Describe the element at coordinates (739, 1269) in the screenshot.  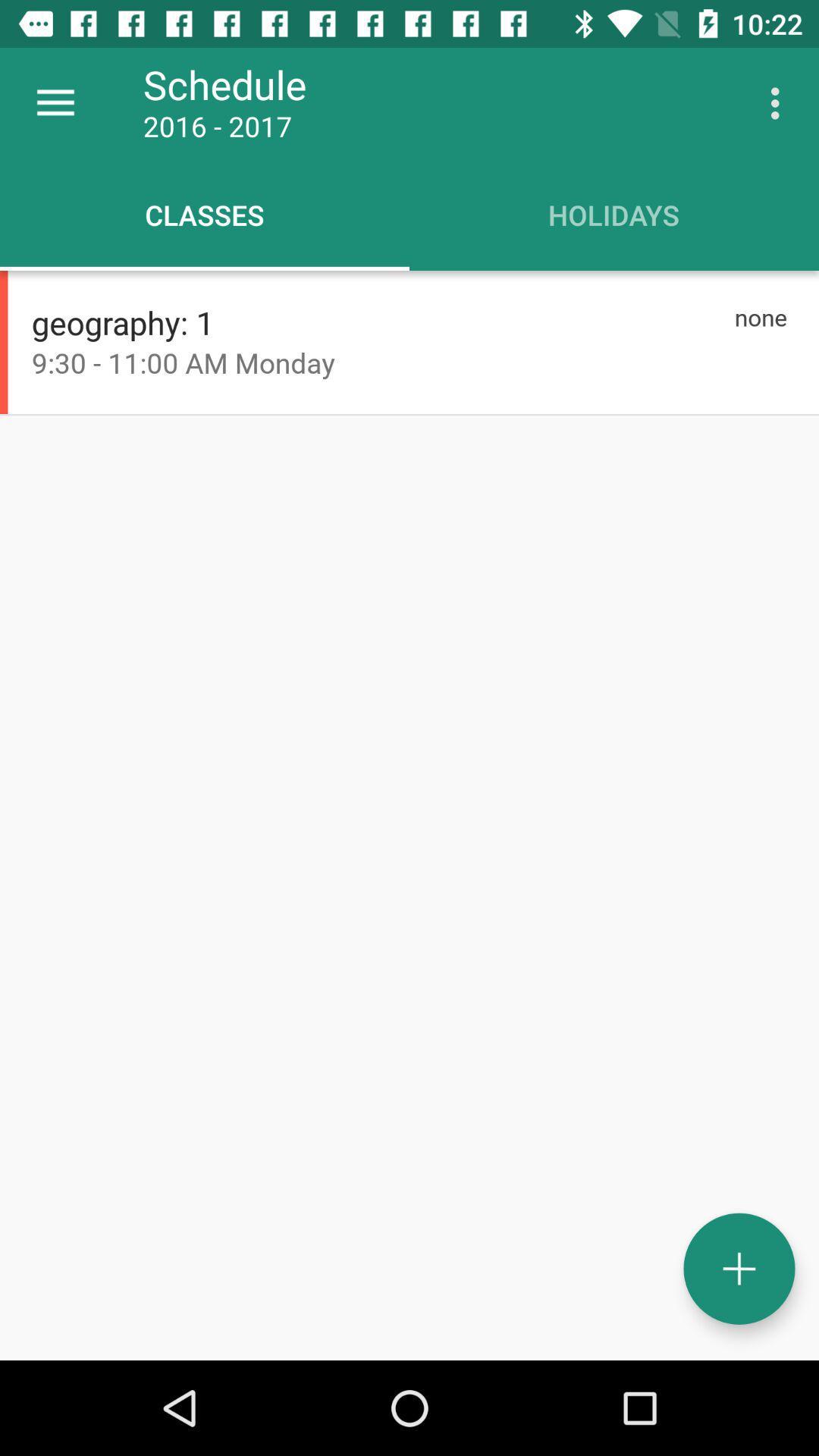
I see `event option` at that location.